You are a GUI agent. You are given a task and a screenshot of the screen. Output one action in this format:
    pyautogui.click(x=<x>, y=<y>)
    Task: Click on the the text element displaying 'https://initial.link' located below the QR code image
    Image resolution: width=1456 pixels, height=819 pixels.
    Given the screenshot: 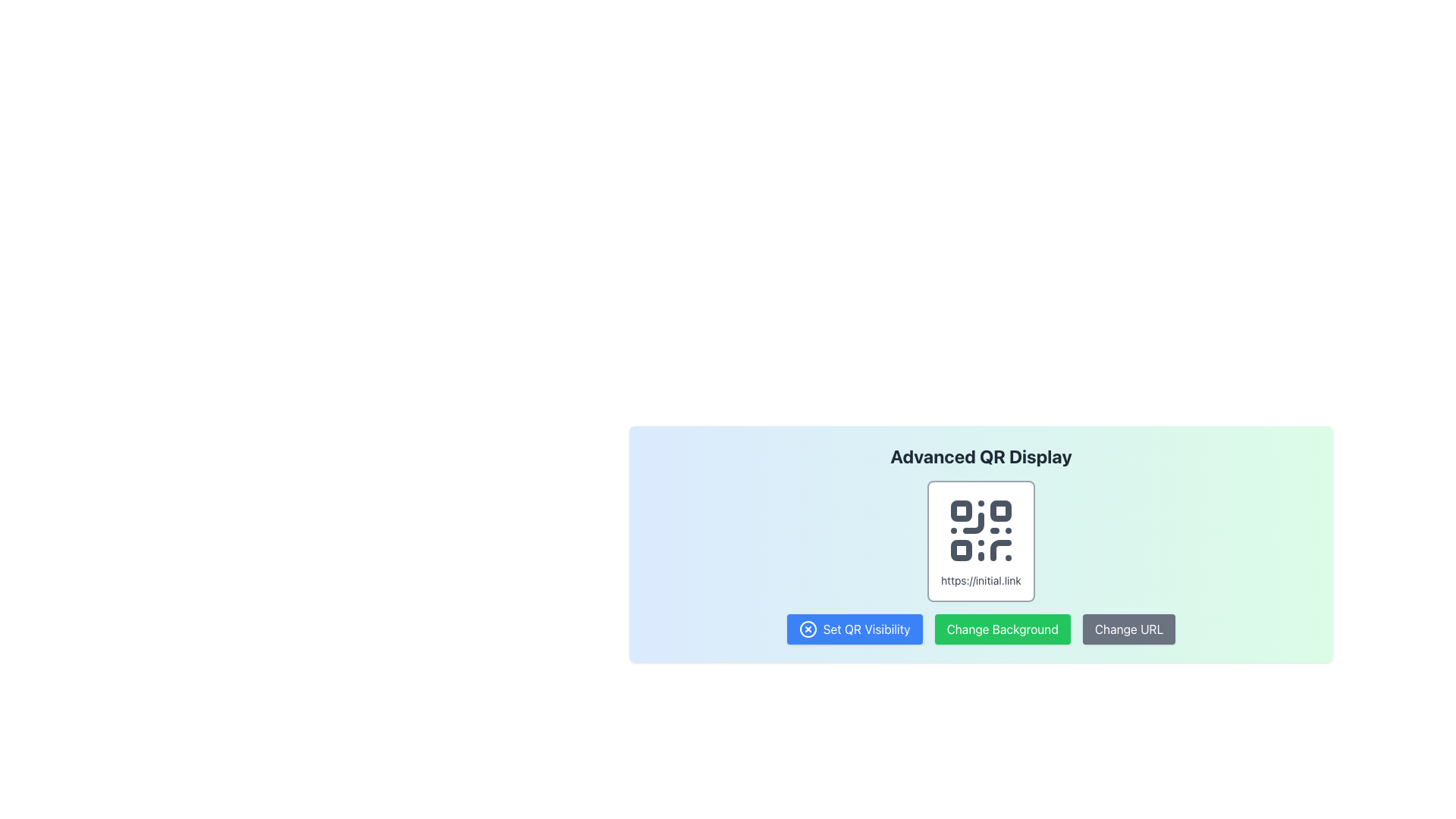 What is the action you would take?
    pyautogui.click(x=981, y=580)
    